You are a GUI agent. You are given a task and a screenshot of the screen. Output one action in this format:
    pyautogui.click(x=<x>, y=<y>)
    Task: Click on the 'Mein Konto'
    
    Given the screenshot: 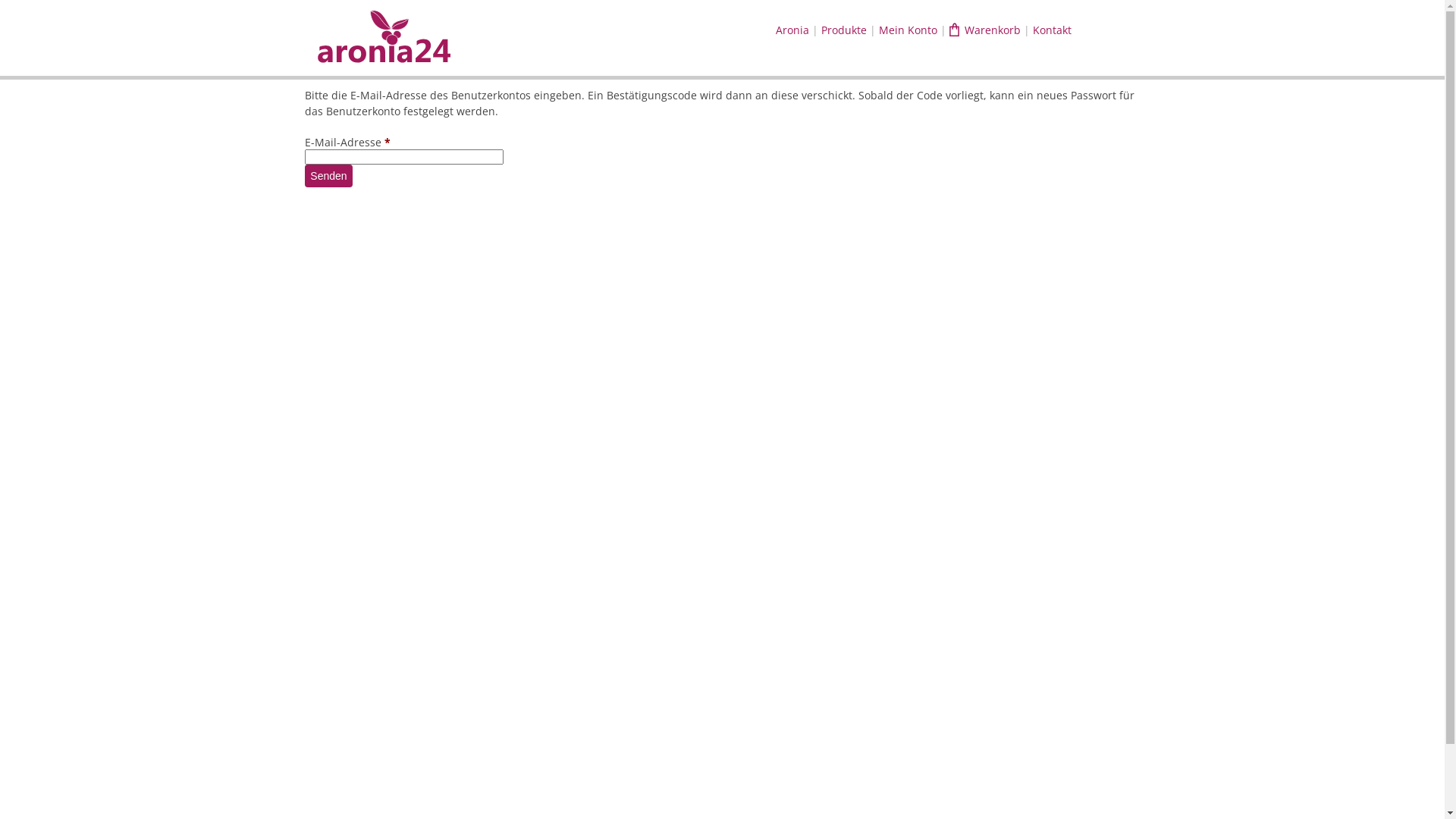 What is the action you would take?
    pyautogui.click(x=908, y=30)
    